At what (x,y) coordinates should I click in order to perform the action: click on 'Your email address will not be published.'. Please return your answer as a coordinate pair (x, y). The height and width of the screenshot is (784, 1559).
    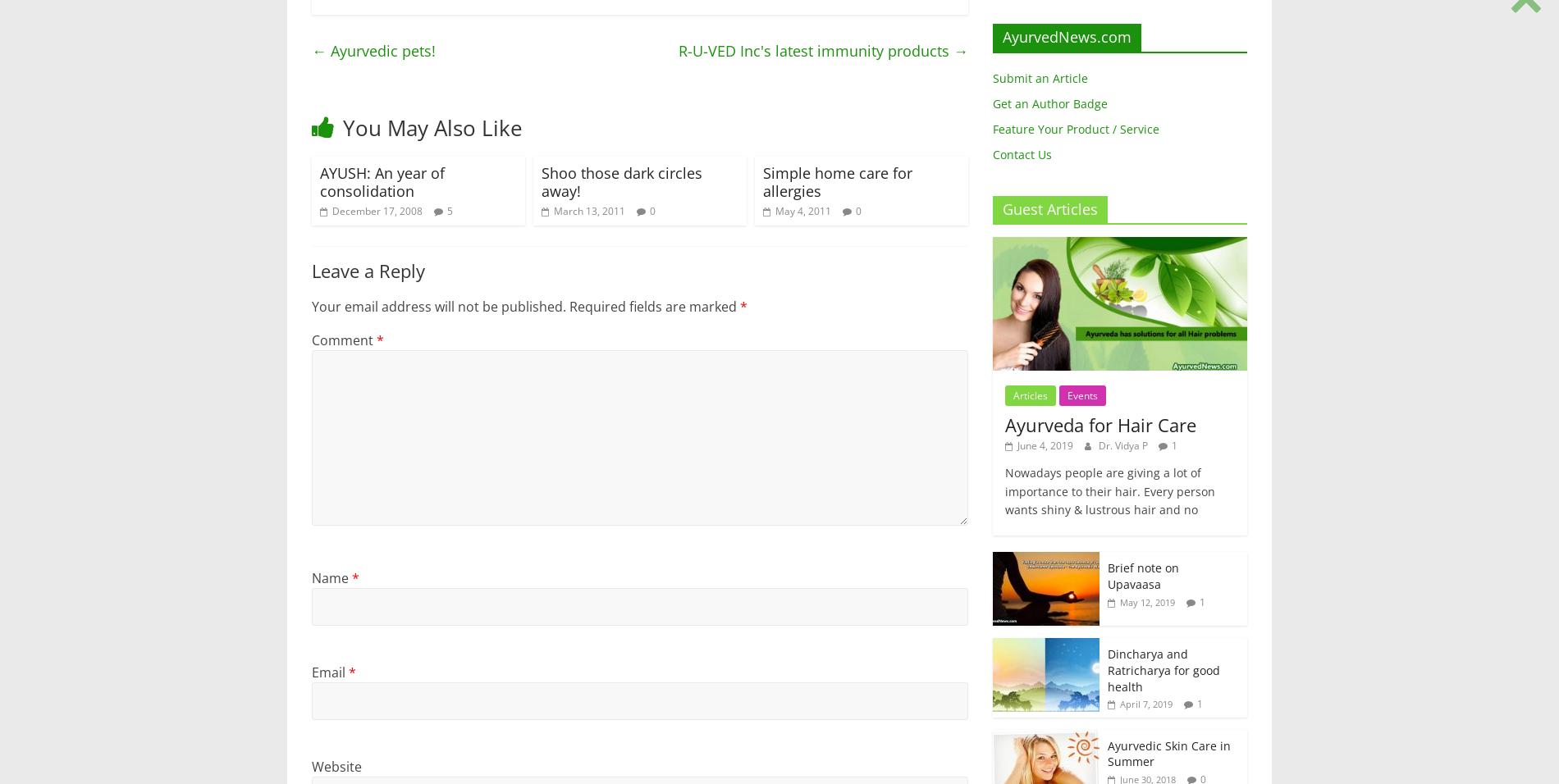
    Looking at the image, I should click on (439, 306).